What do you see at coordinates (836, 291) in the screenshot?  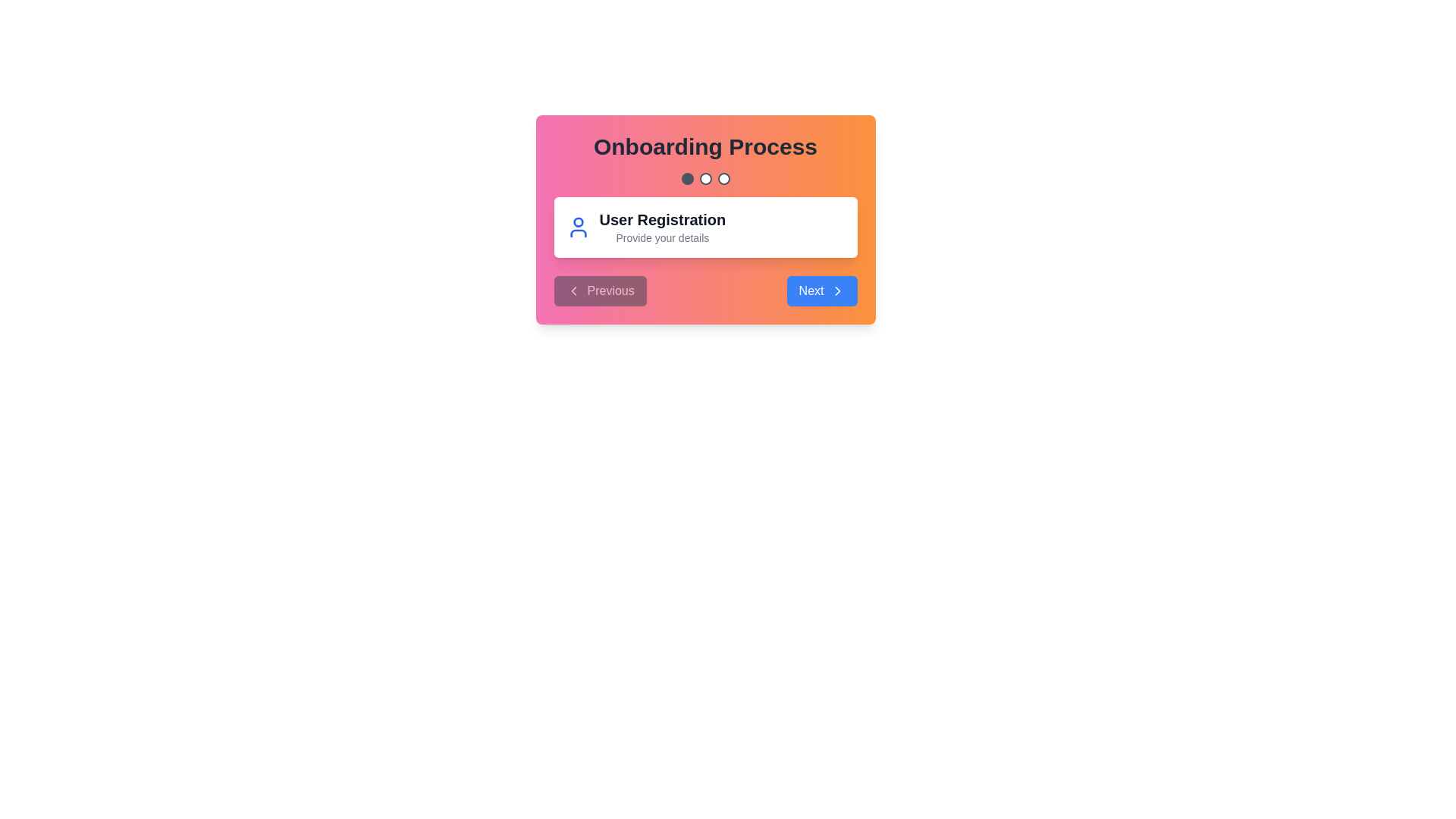 I see `the chevron-shaped icon that is part of the 'Next' button` at bounding box center [836, 291].